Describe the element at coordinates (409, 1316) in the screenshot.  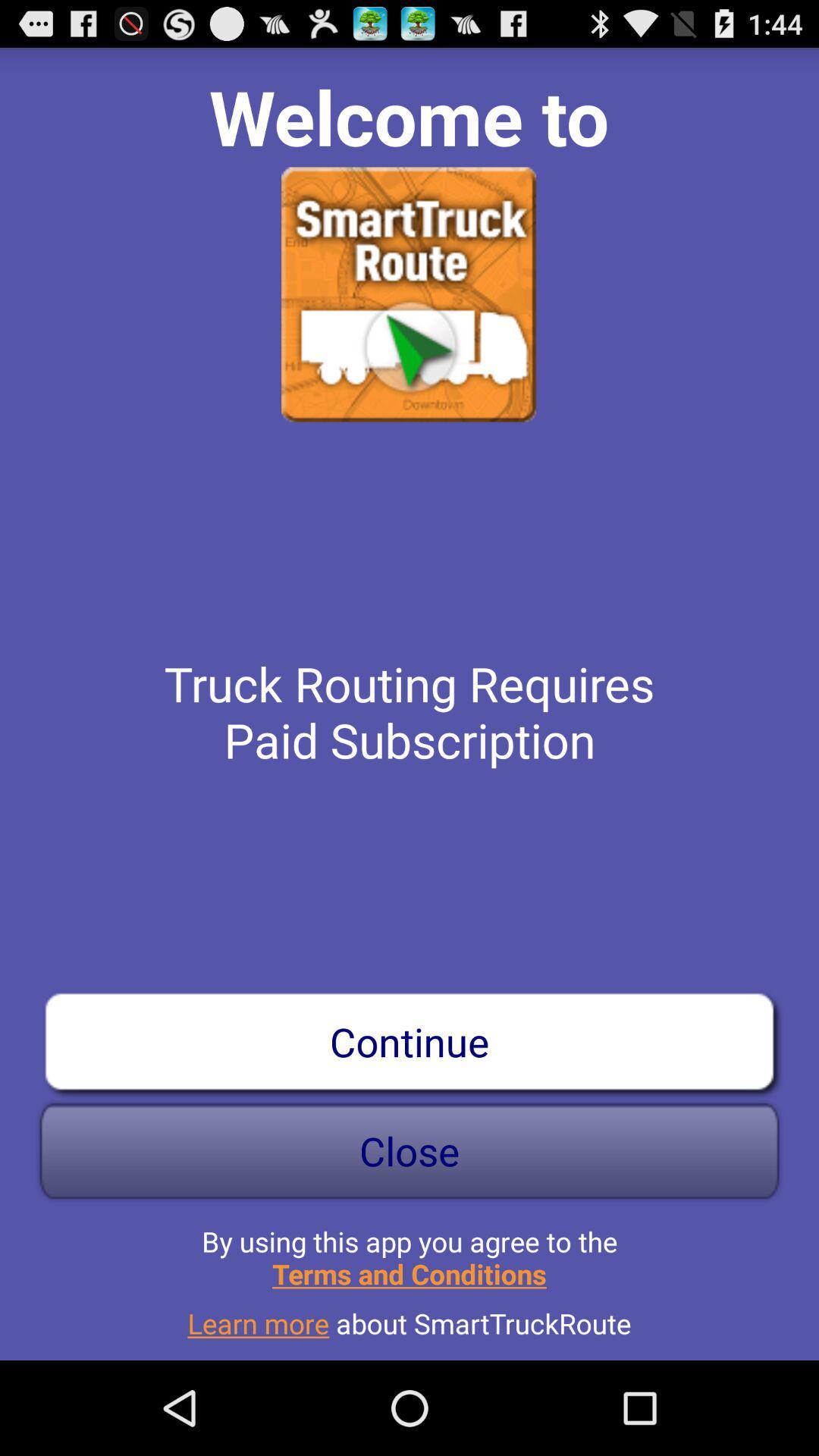
I see `learn more about icon` at that location.